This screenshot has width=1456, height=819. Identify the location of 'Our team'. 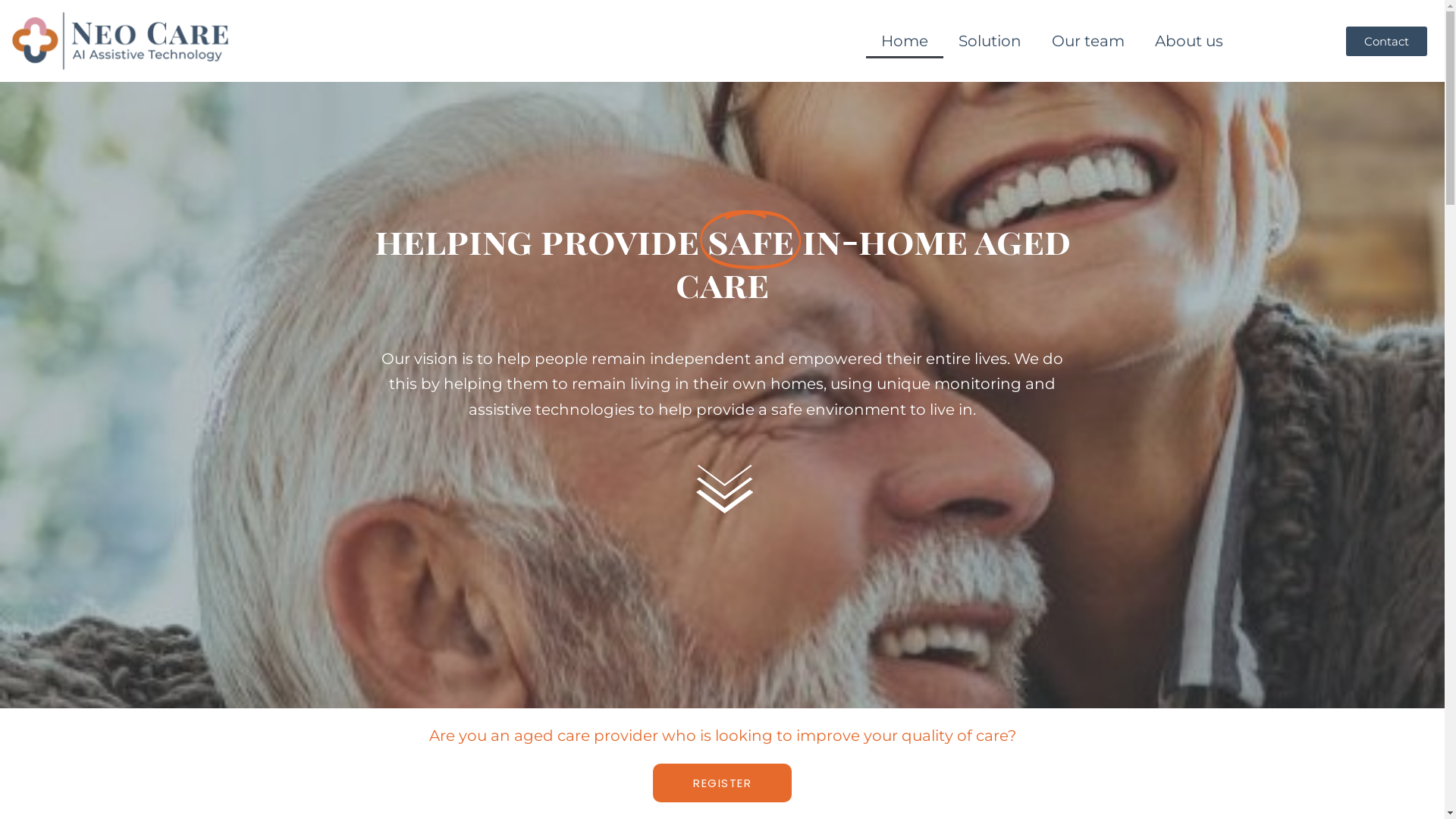
(1036, 40).